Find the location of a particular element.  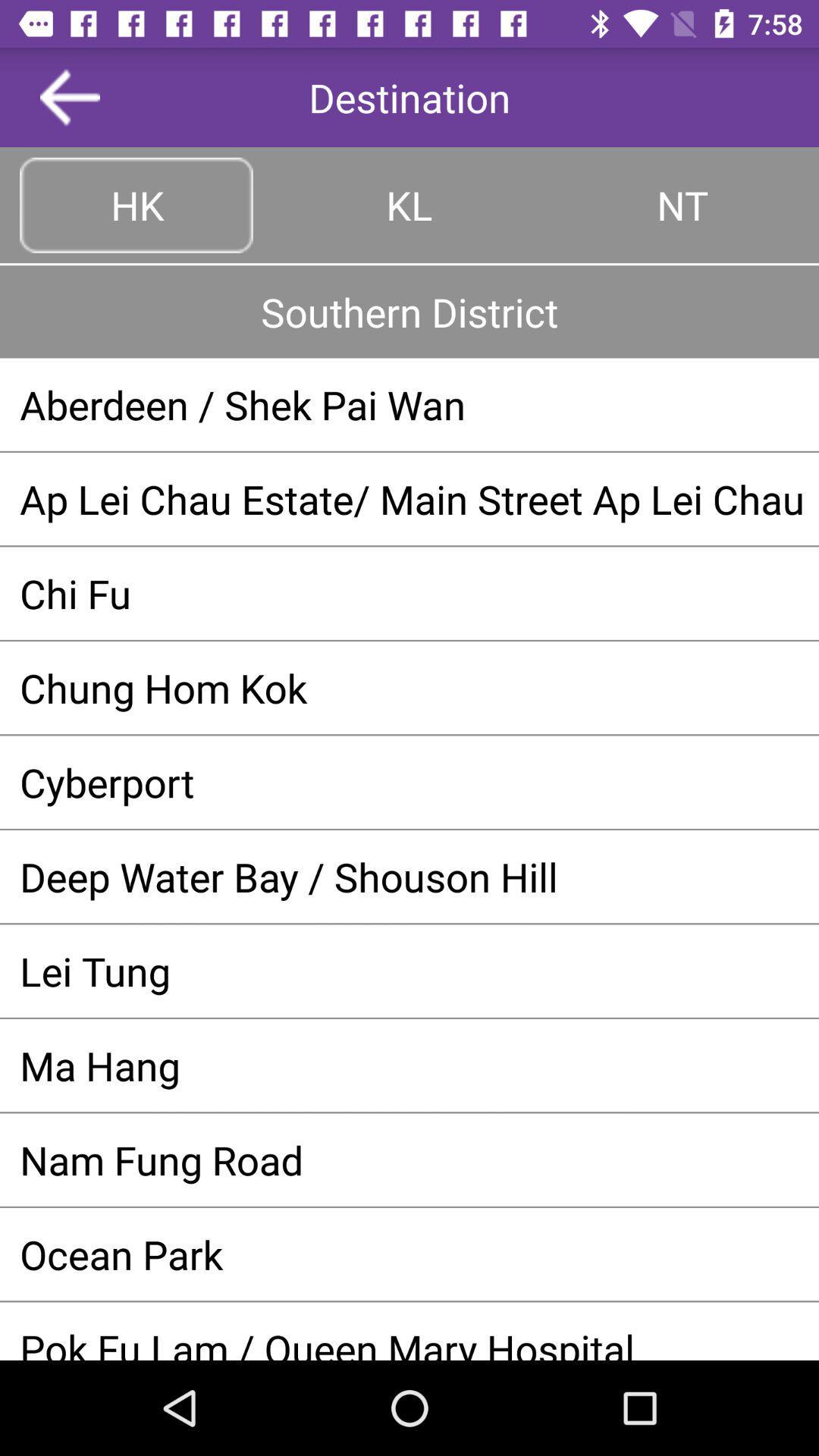

the lei tung item is located at coordinates (409, 971).